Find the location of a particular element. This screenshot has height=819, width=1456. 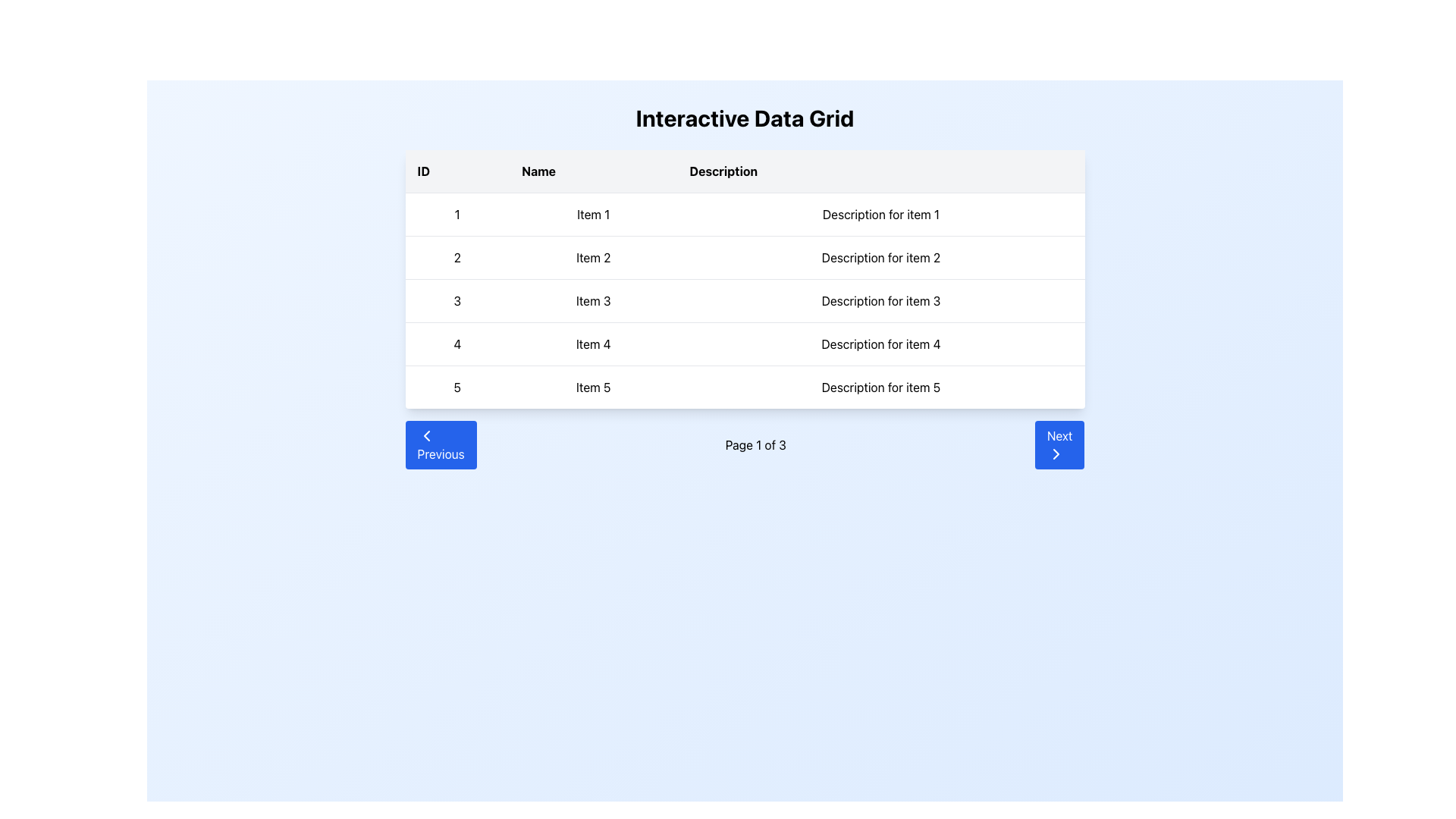

the fourth row of the grid that displays data for 'Item 4', which includes an identifier, a name, and a description is located at coordinates (745, 344).